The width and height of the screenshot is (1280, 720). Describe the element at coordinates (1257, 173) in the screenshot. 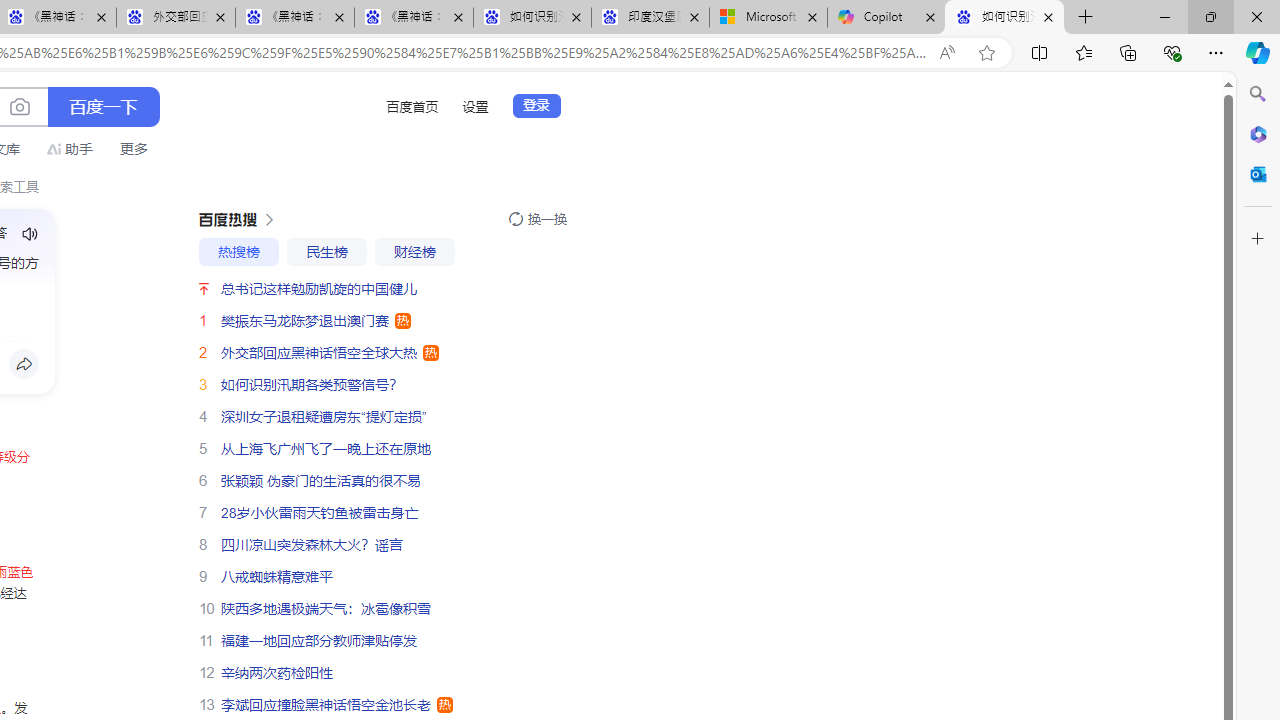

I see `'Outlook'` at that location.